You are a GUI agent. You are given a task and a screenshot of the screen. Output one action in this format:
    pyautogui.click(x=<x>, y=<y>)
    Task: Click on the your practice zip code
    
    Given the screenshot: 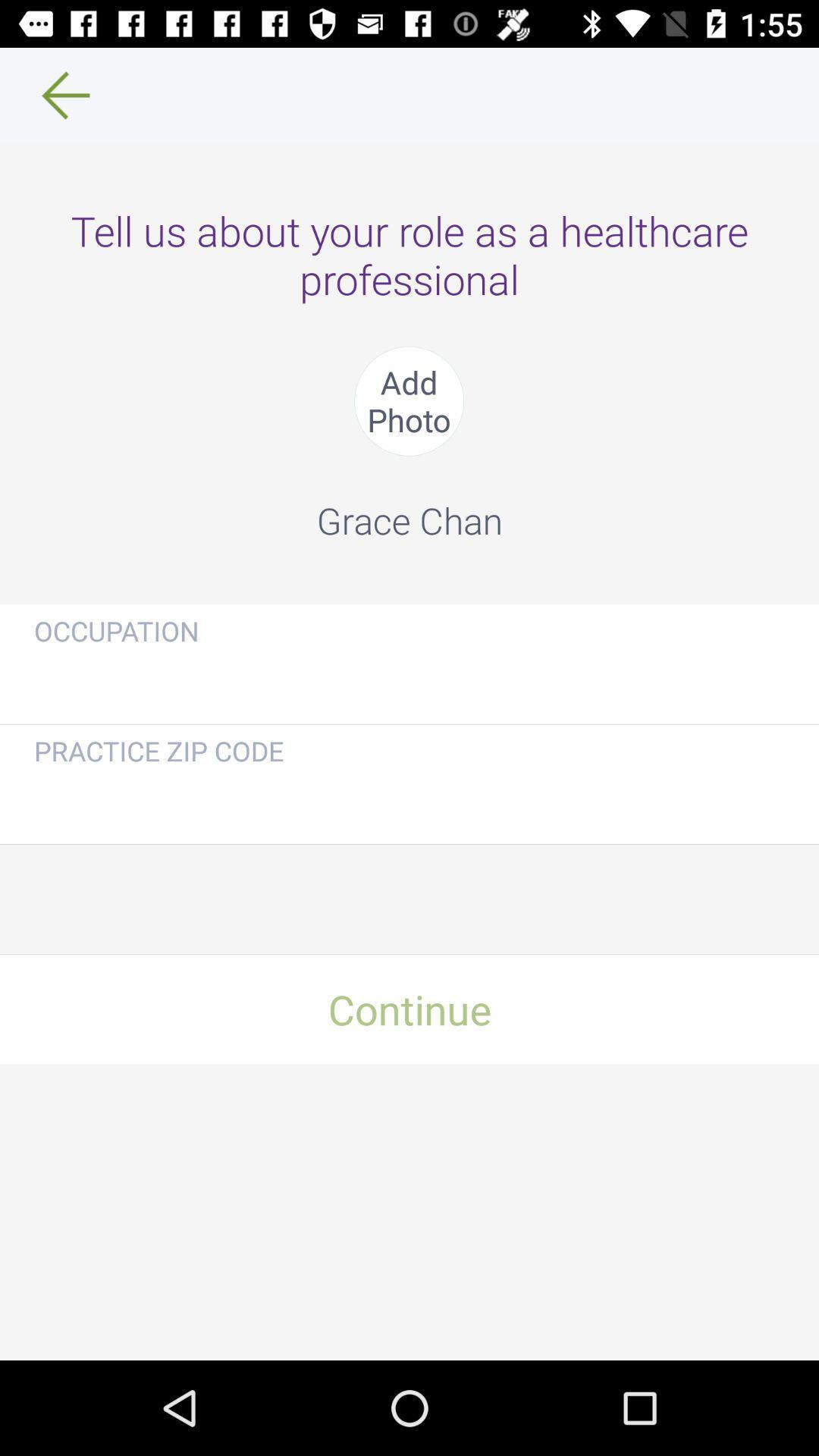 What is the action you would take?
    pyautogui.click(x=409, y=800)
    